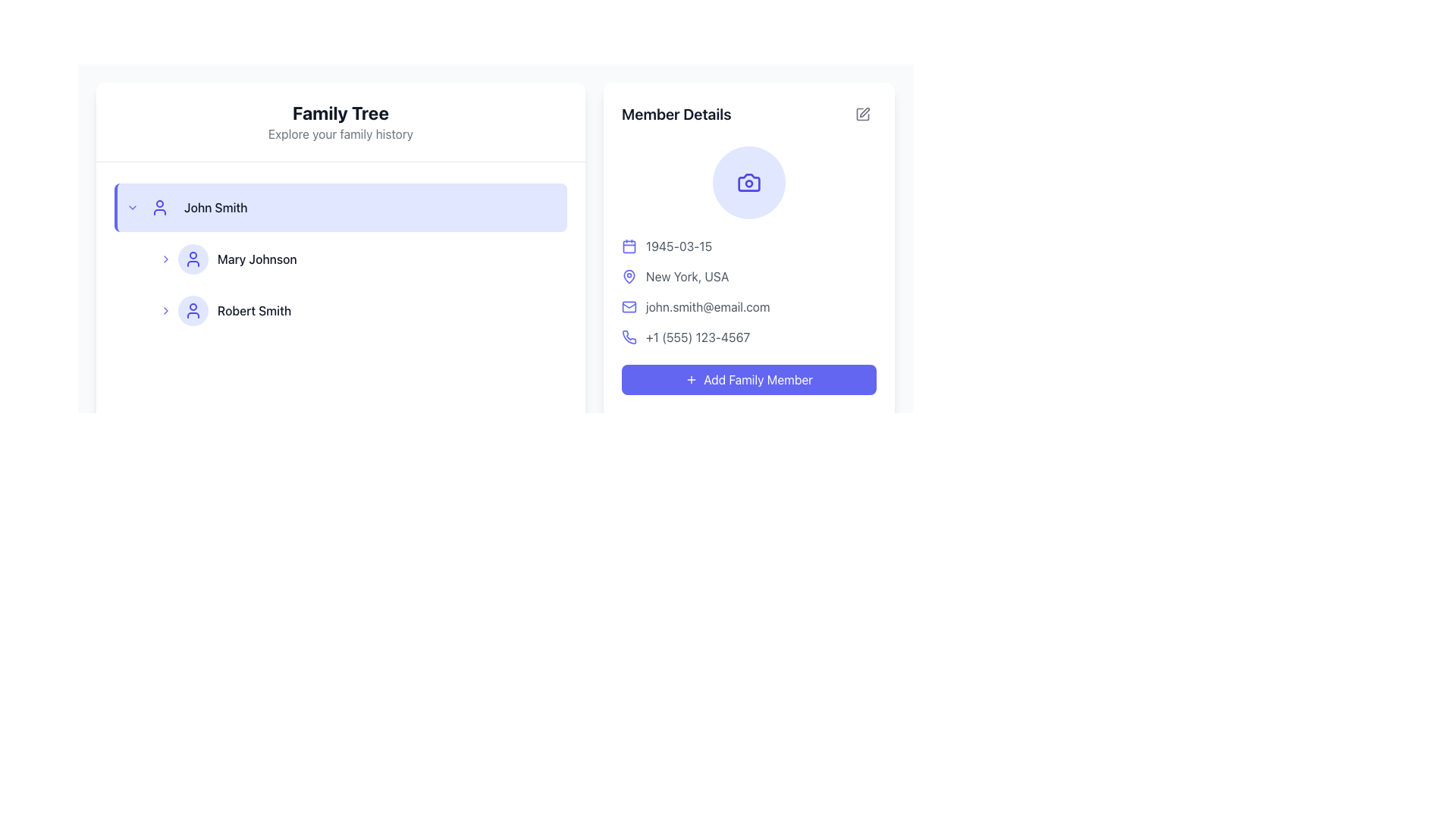 This screenshot has height=819, width=1456. What do you see at coordinates (192, 309) in the screenshot?
I see `the user profile icon in the Family Tree section, located adjacent to the 'Robert Smith' label` at bounding box center [192, 309].